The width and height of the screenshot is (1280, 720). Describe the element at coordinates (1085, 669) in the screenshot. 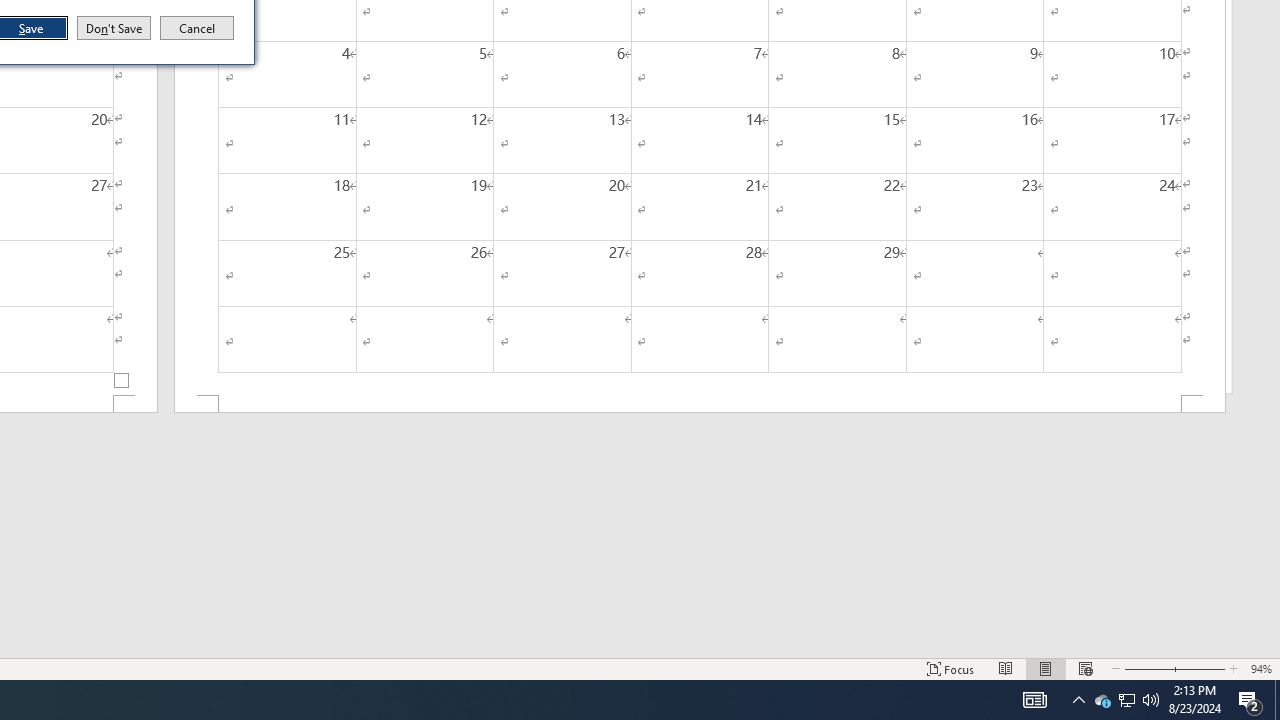

I see `'Web Layout'` at that location.